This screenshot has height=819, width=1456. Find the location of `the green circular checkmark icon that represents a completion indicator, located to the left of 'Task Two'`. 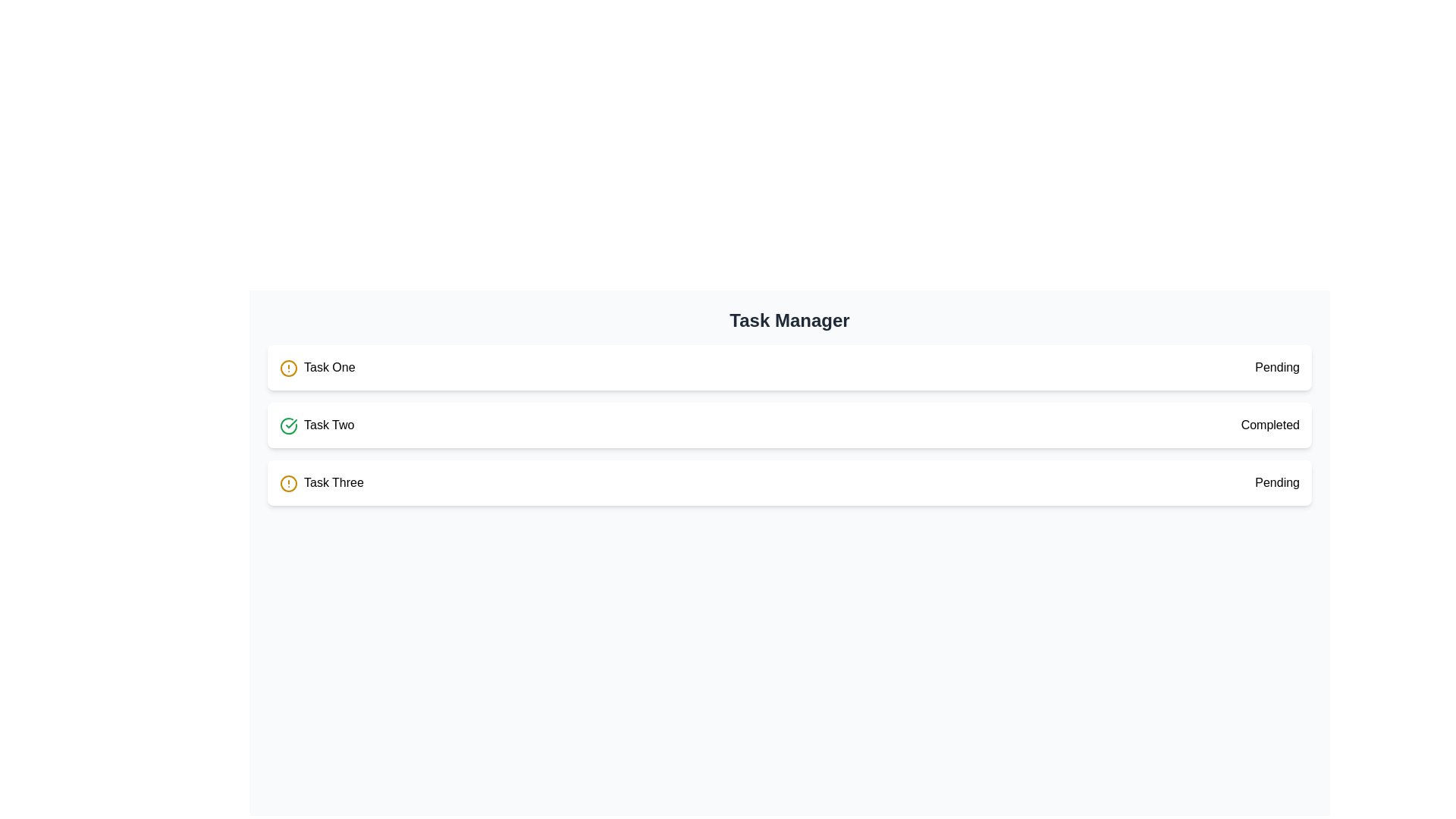

the green circular checkmark icon that represents a completion indicator, located to the left of 'Task Two' is located at coordinates (288, 425).